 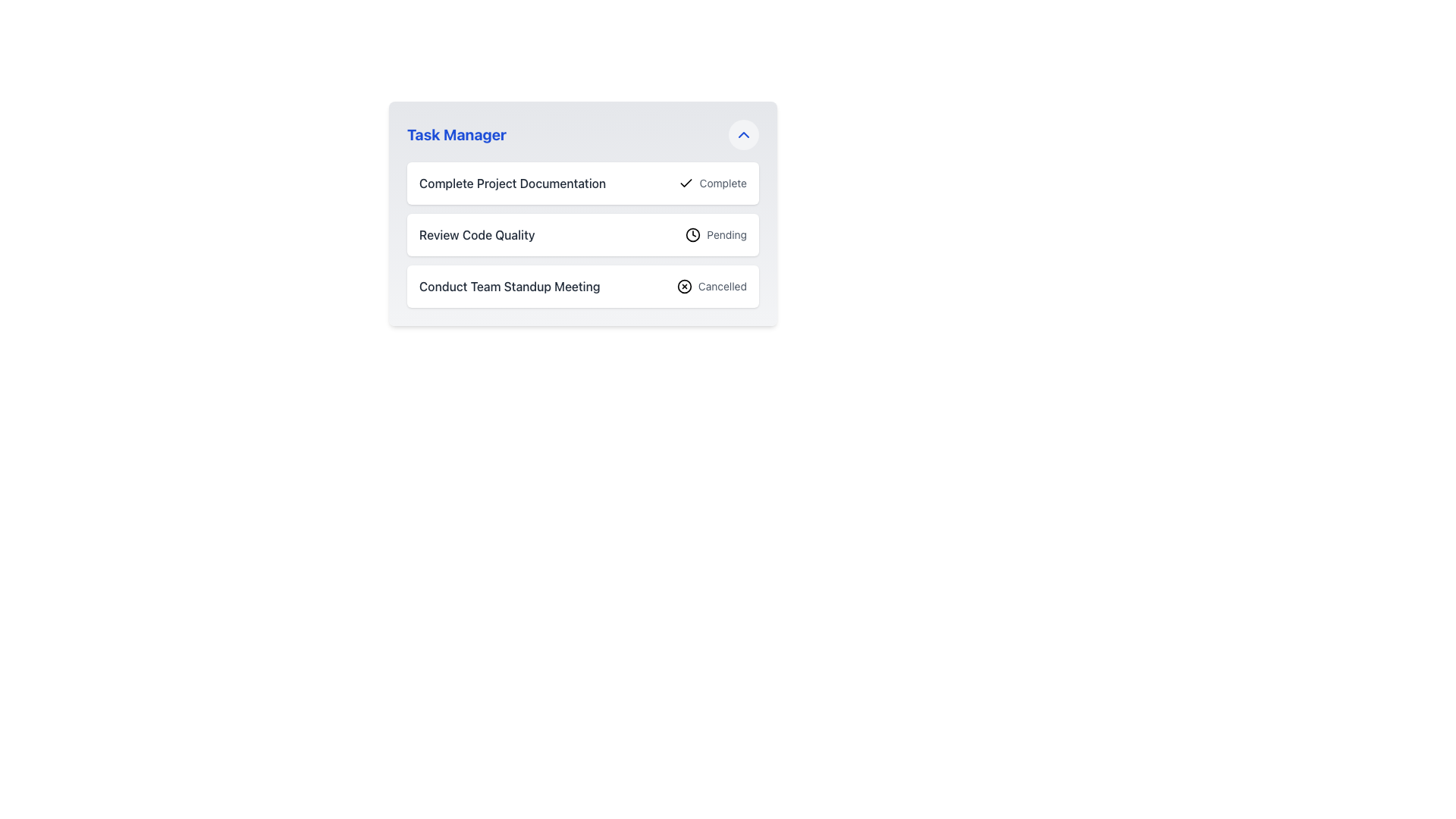 What do you see at coordinates (722, 183) in the screenshot?
I see `the text label indicating the completion status of the 'Complete Project Documentation' task, which is positioned in the topmost row of the task list and aligned to the right of the checkmark icon` at bounding box center [722, 183].